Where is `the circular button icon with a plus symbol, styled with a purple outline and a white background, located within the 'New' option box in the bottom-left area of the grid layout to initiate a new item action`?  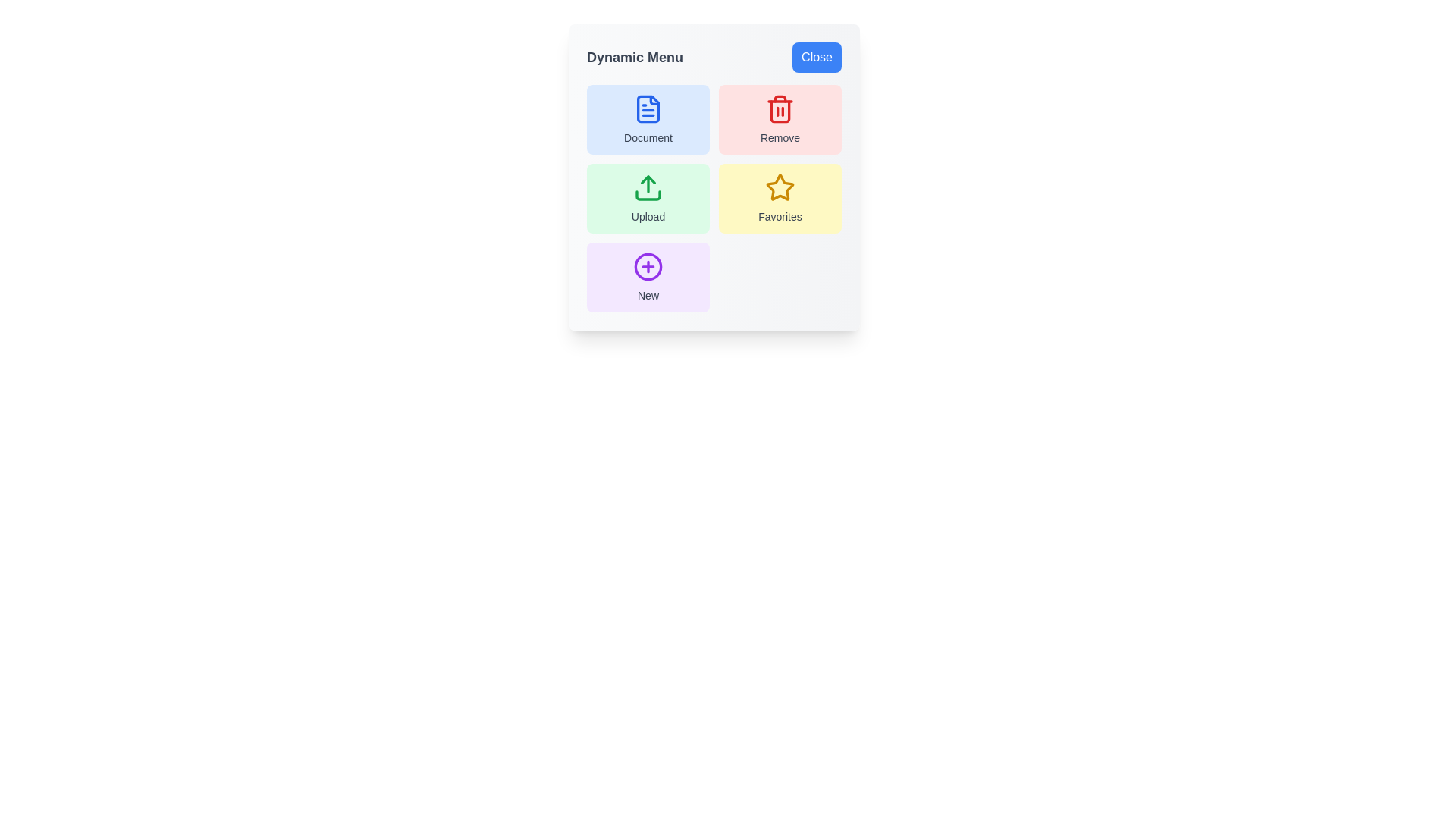 the circular button icon with a plus symbol, styled with a purple outline and a white background, located within the 'New' option box in the bottom-left area of the grid layout to initiate a new item action is located at coordinates (648, 265).